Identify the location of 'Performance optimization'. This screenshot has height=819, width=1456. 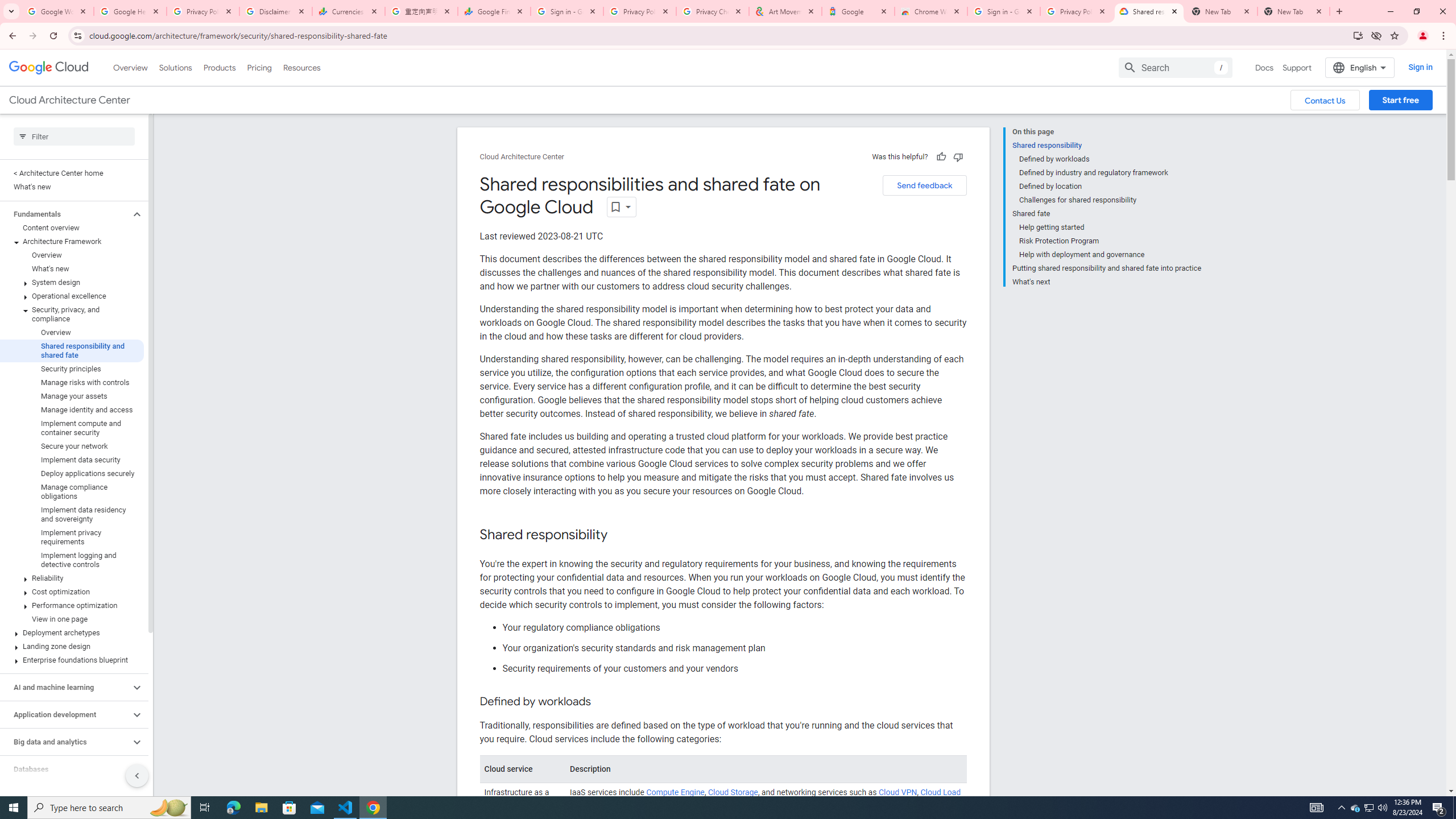
(72, 605).